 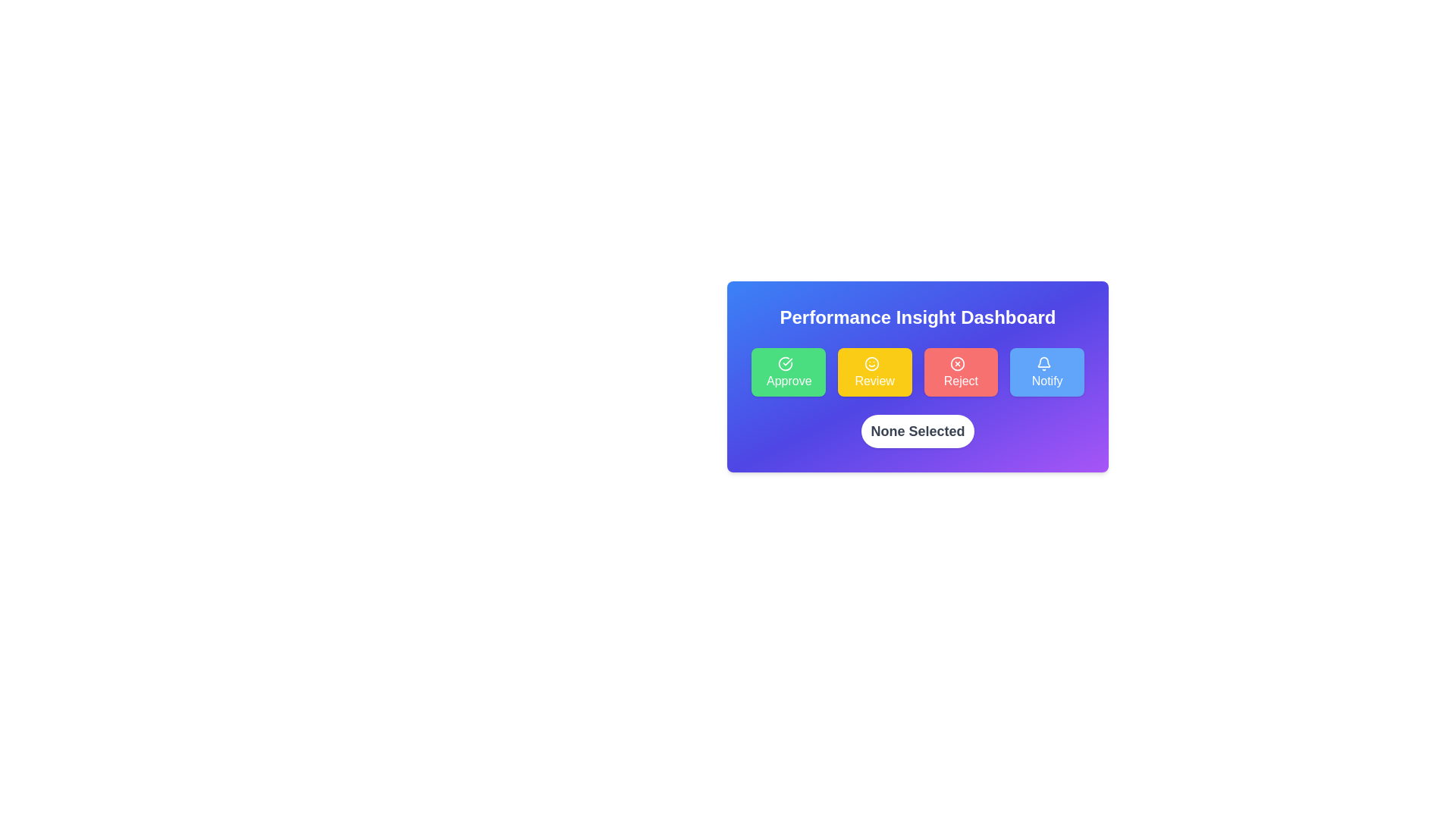 I want to click on the outer circular component of the SVG-based icon that serves as a visual boundary for additional graphical markers in the dashboard interface, so click(x=957, y=363).